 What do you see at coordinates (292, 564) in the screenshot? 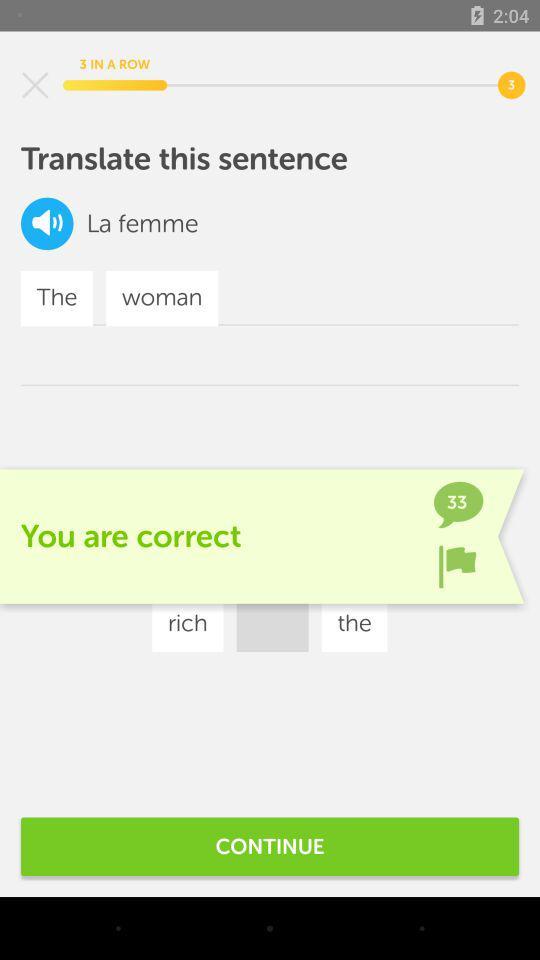
I see `item next to the woman` at bounding box center [292, 564].